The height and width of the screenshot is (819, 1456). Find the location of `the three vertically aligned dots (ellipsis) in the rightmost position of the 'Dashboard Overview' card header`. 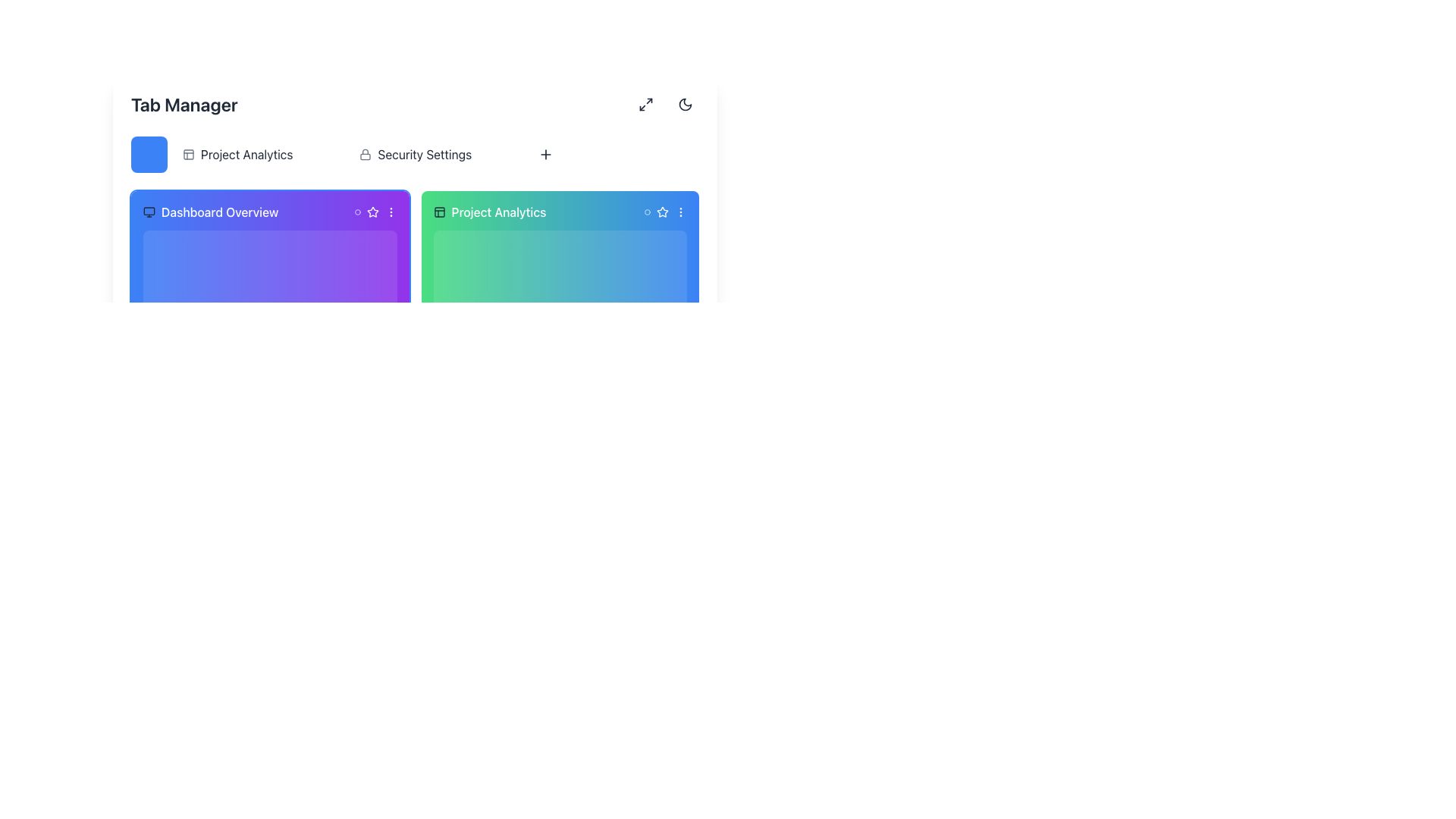

the three vertically aligned dots (ellipsis) in the rightmost position of the 'Dashboard Overview' card header is located at coordinates (391, 212).